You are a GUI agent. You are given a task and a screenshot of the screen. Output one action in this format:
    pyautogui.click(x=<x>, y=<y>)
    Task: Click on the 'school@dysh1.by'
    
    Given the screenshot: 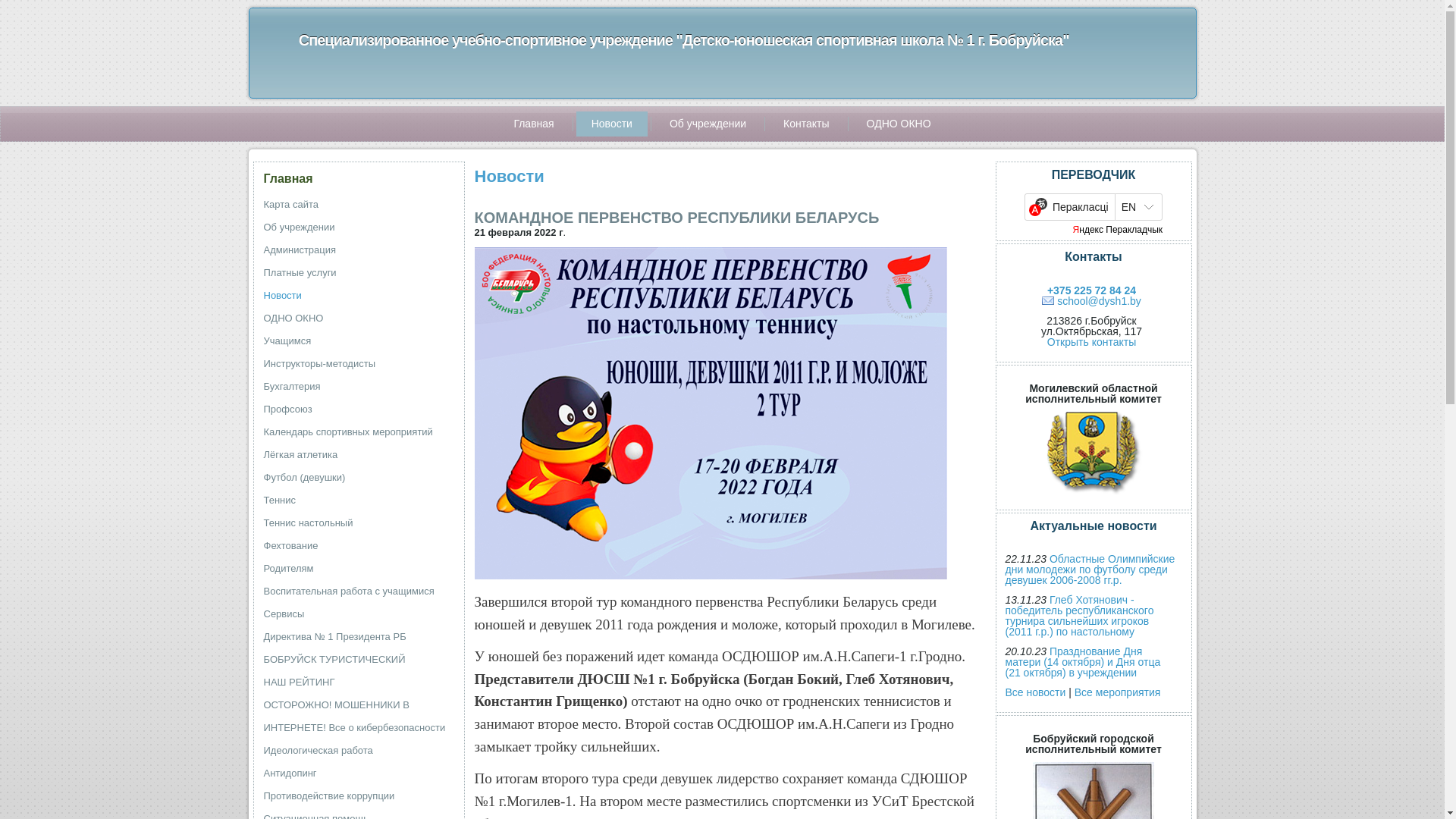 What is the action you would take?
    pyautogui.click(x=1040, y=301)
    